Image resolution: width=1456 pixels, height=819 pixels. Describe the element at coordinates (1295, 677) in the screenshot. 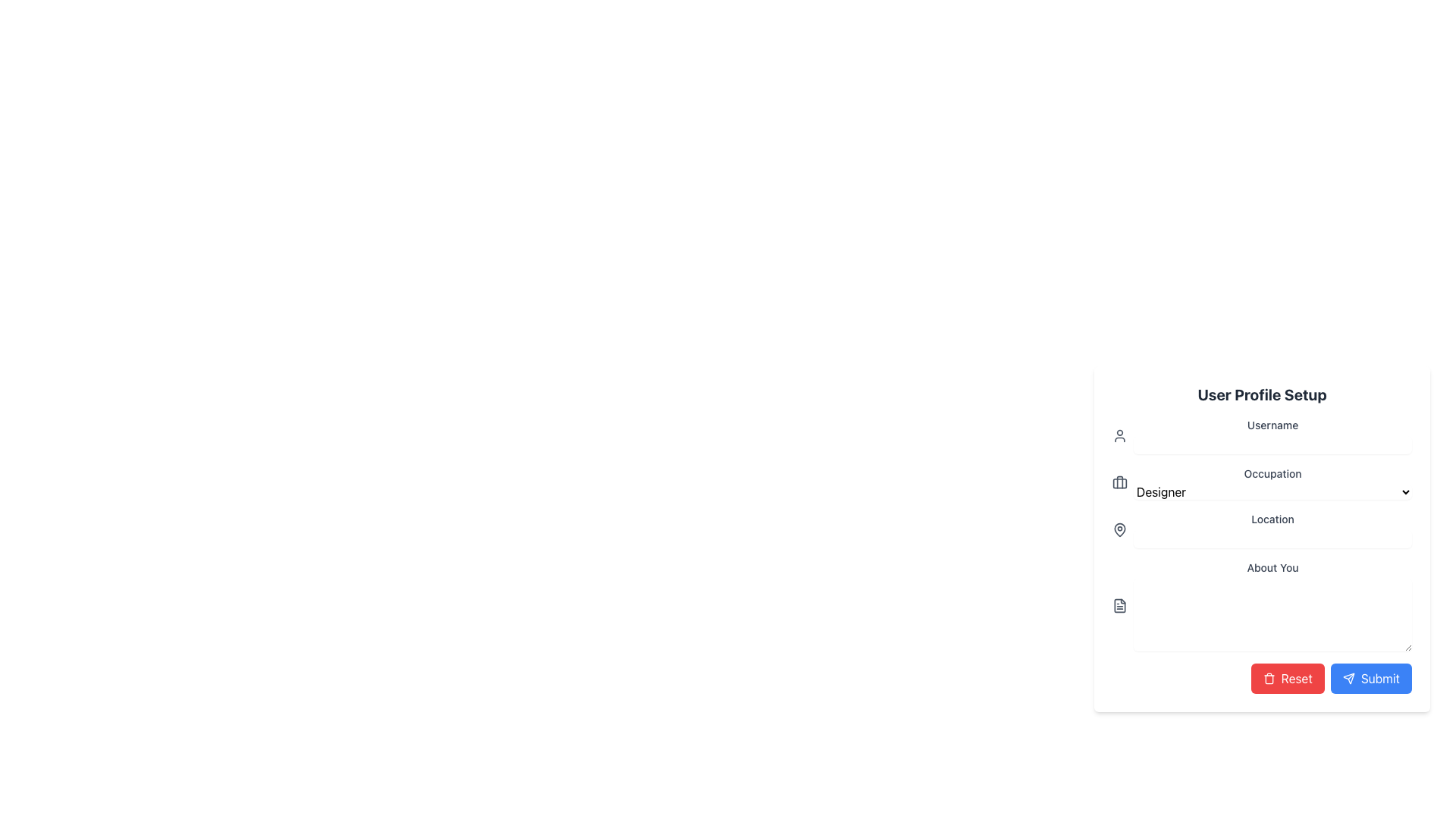

I see `the prominent red rectangular 'Reset' button with rounded corners located to the left of the 'Submit' button` at that location.